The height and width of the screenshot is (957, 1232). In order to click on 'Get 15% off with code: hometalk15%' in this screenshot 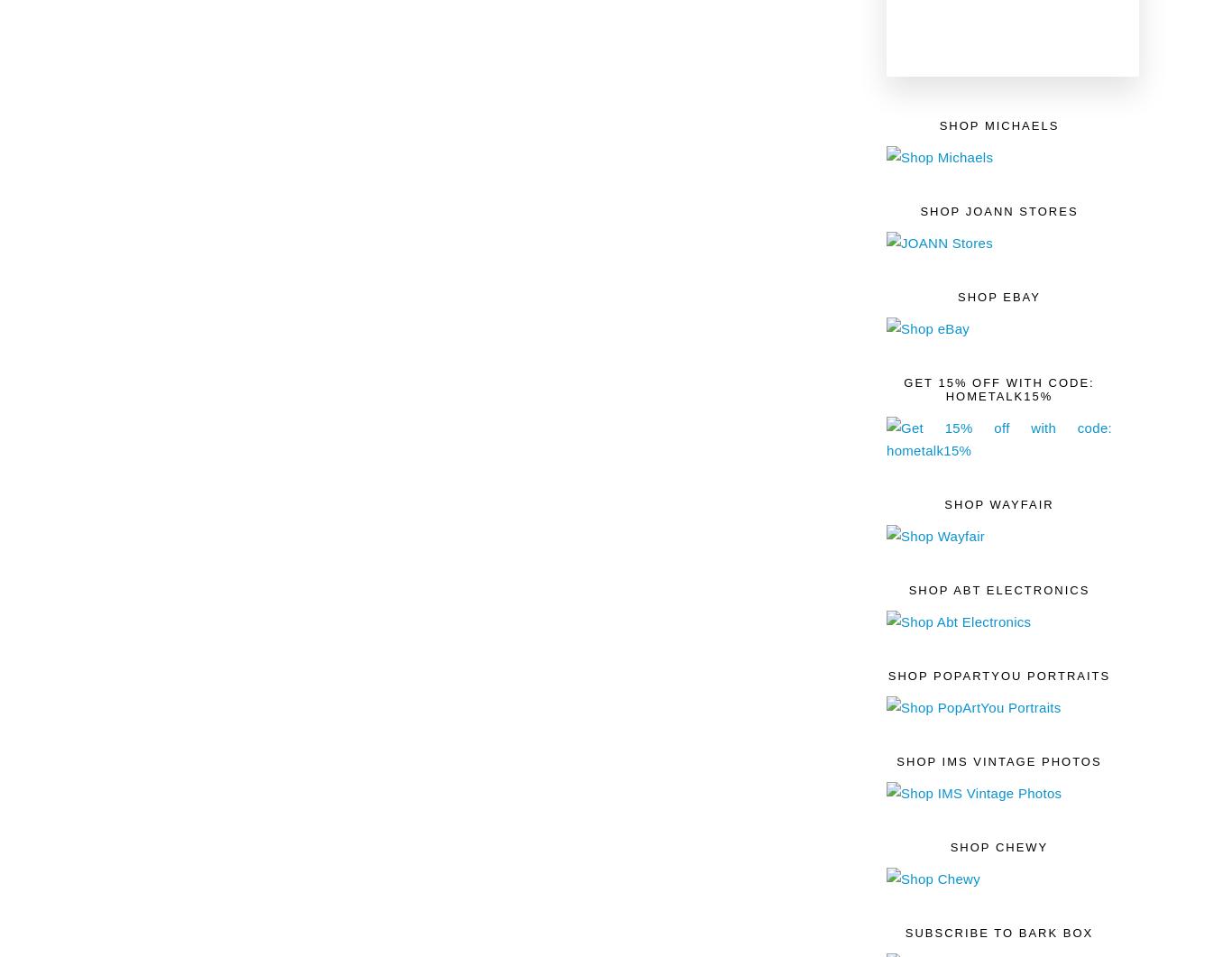, I will do `click(998, 388)`.